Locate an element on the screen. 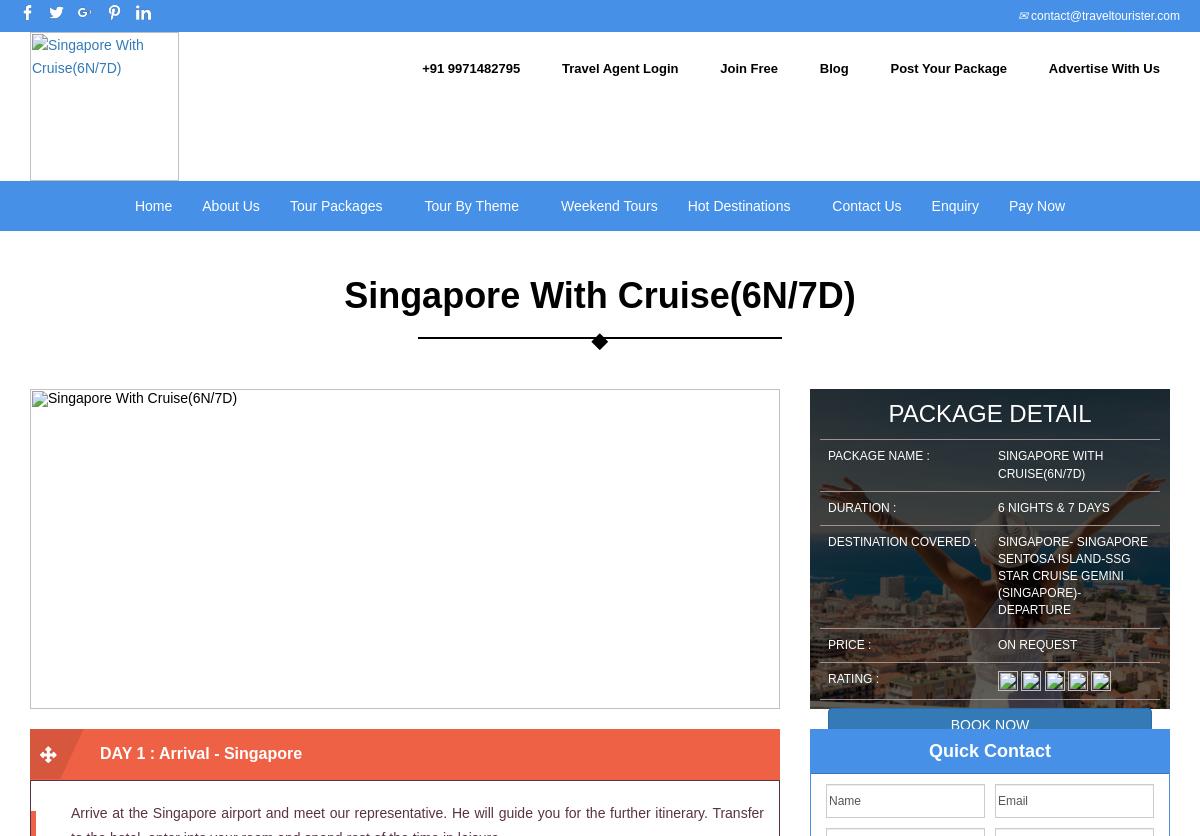 The image size is (1200, 836). 'Quick Contact' is located at coordinates (989, 749).